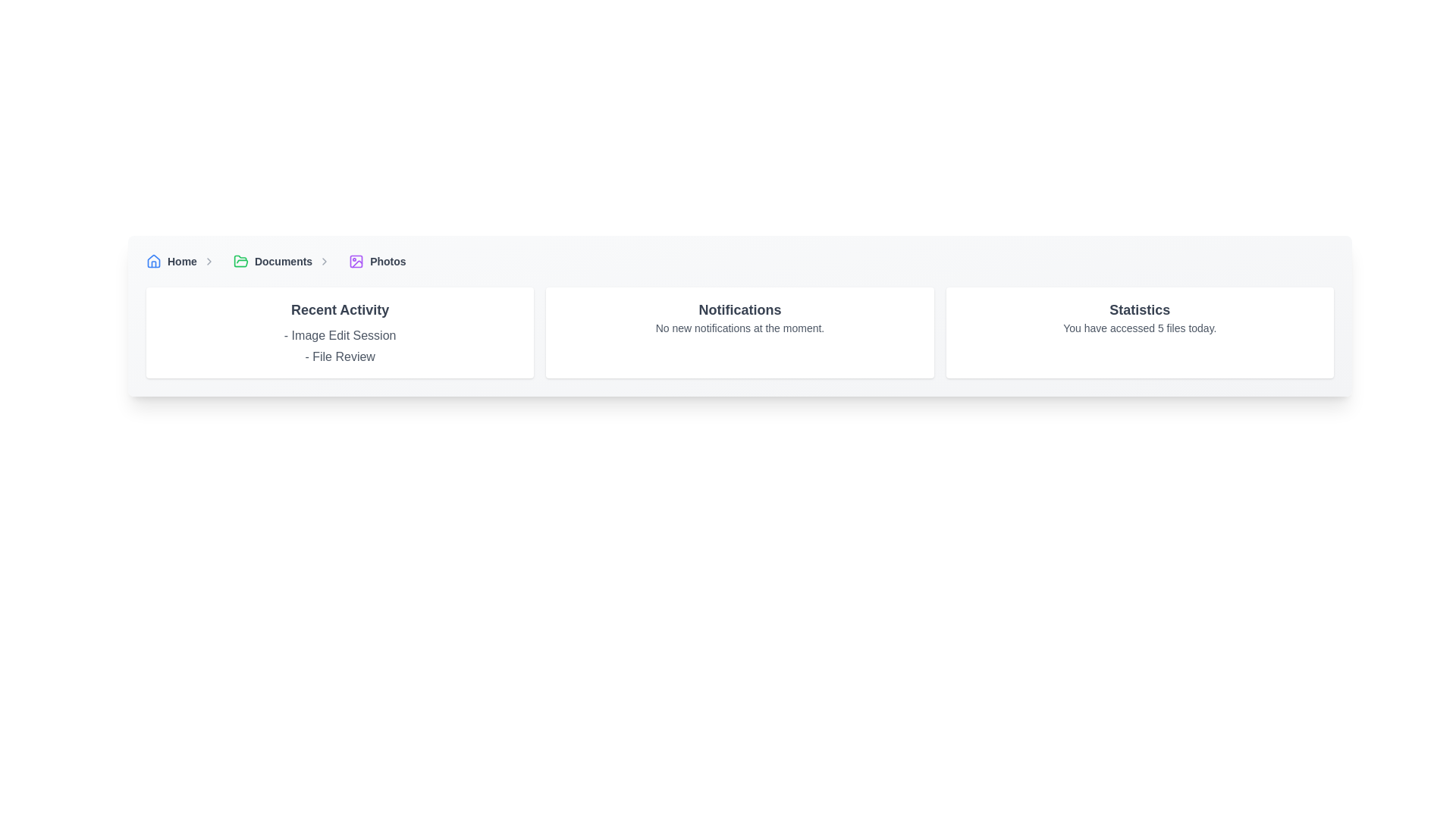  Describe the element at coordinates (240, 260) in the screenshot. I see `the green-colored open folder icon located` at that location.